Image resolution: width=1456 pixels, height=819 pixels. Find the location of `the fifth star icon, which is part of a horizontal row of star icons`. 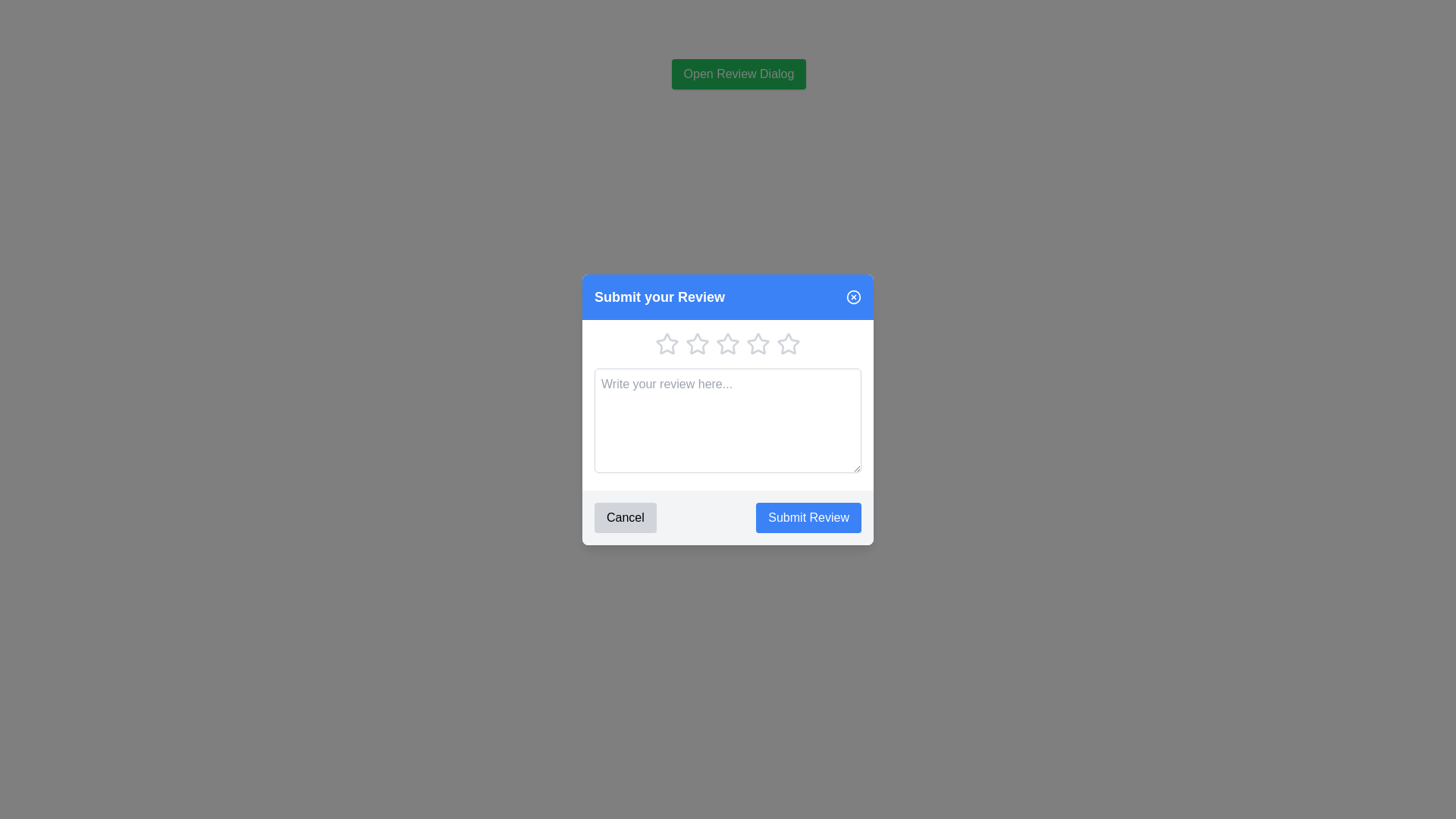

the fifth star icon, which is part of a horizontal row of star icons is located at coordinates (789, 344).